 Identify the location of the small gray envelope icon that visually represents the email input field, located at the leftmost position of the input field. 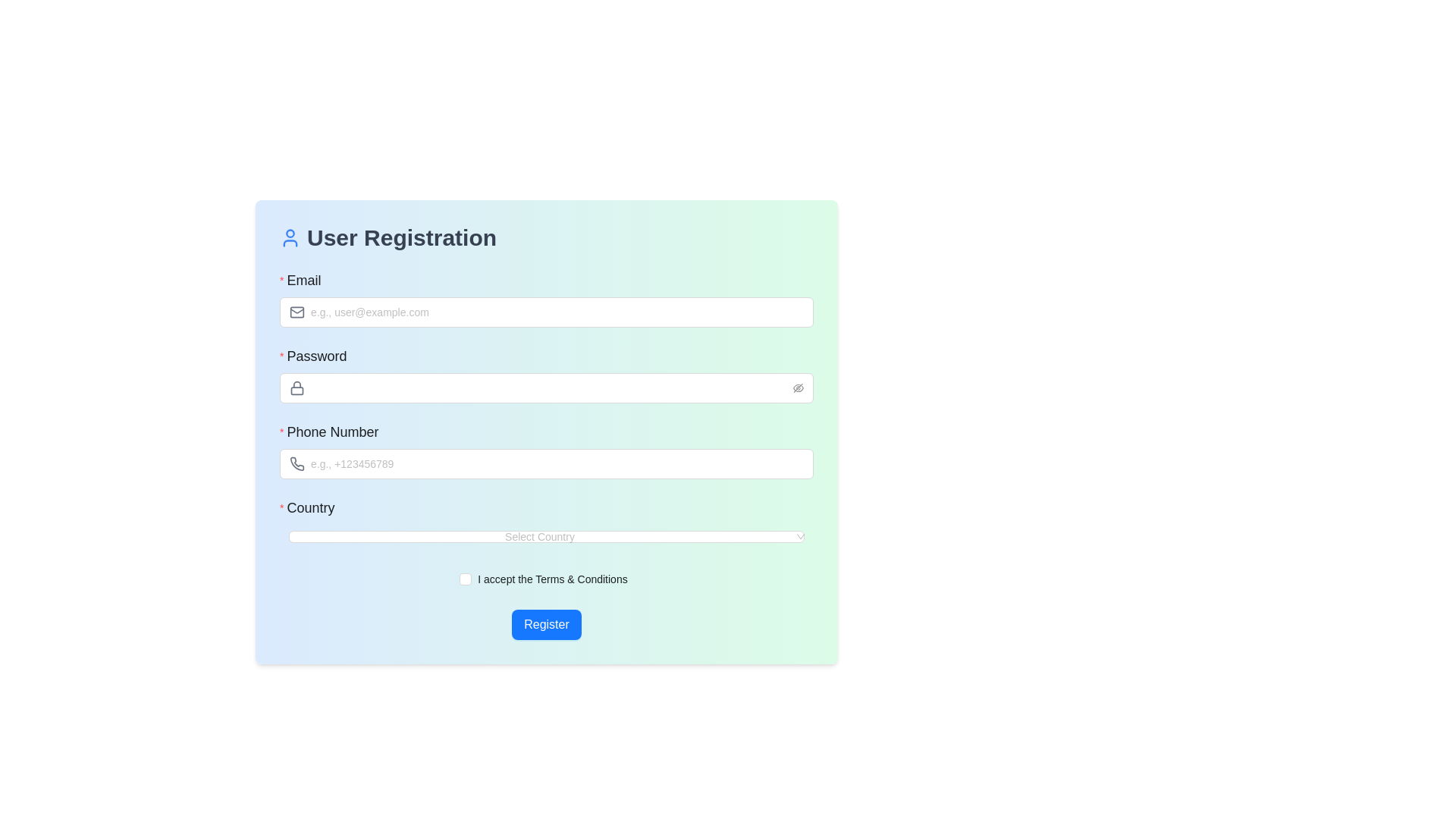
(298, 312).